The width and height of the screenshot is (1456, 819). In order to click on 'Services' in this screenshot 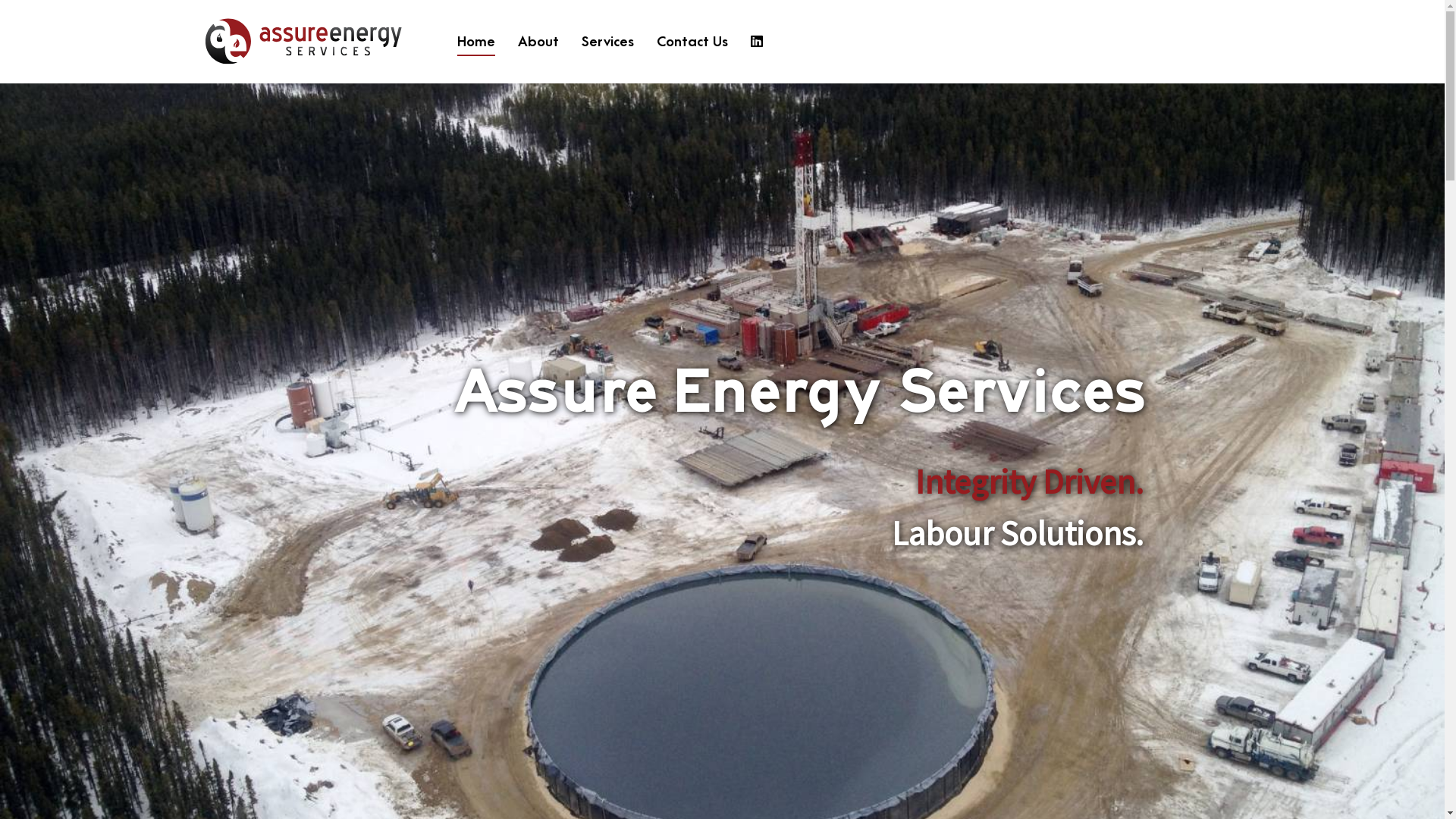, I will do `click(607, 41)`.